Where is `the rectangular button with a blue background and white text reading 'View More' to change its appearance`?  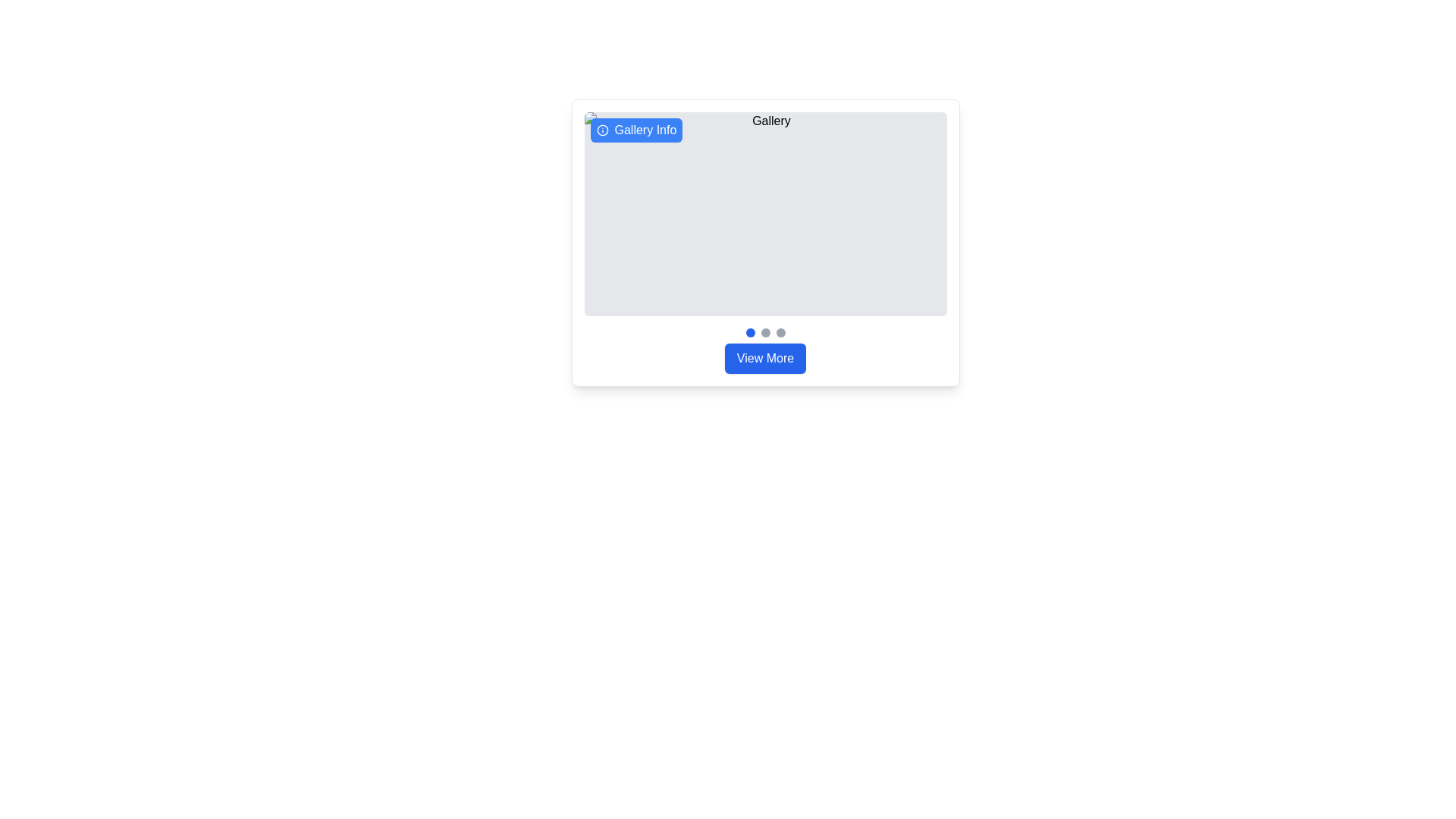
the rectangular button with a blue background and white text reading 'View More' to change its appearance is located at coordinates (765, 358).